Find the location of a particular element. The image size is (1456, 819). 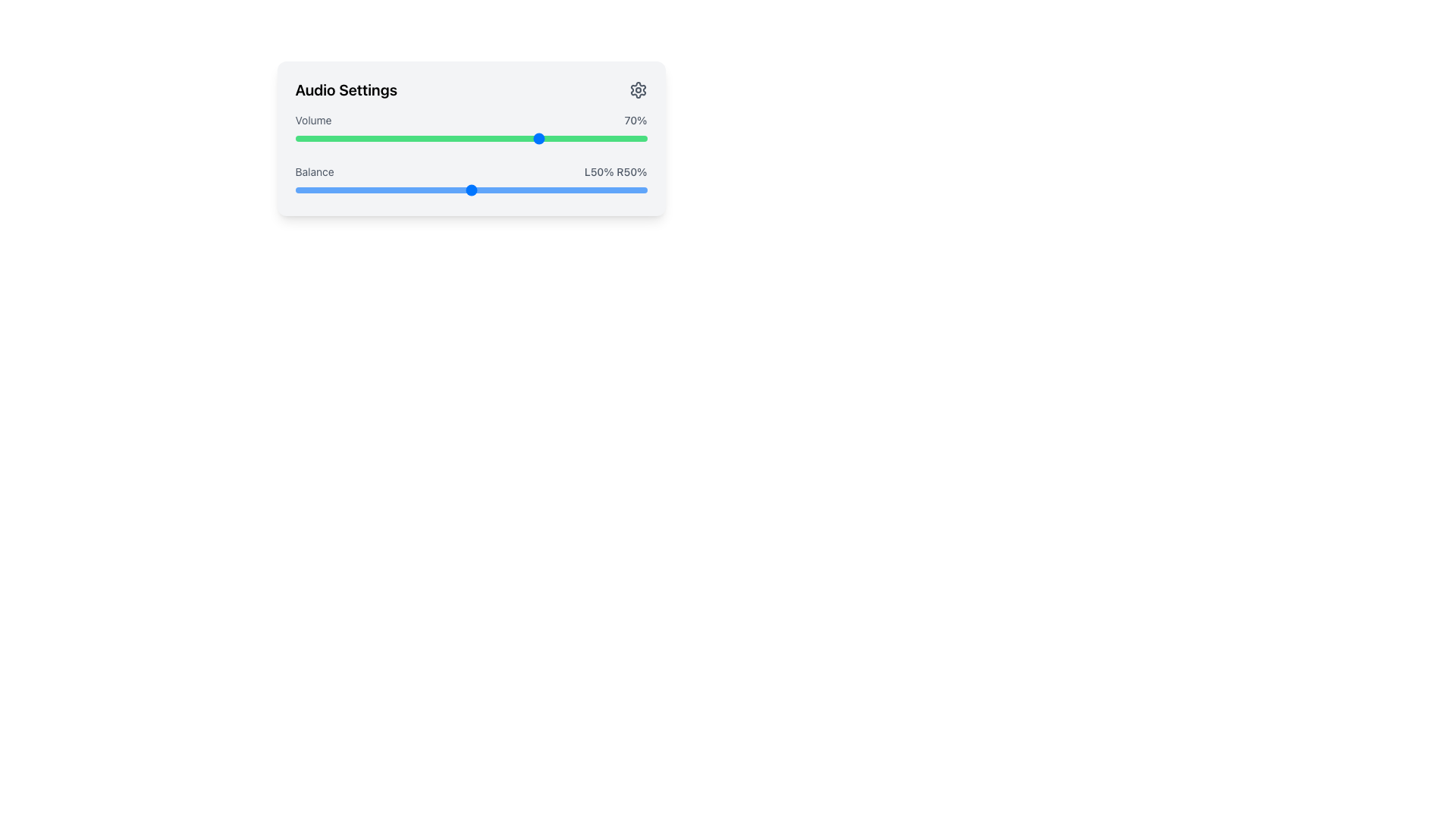

the gray gear icon representing settings, located is located at coordinates (638, 90).